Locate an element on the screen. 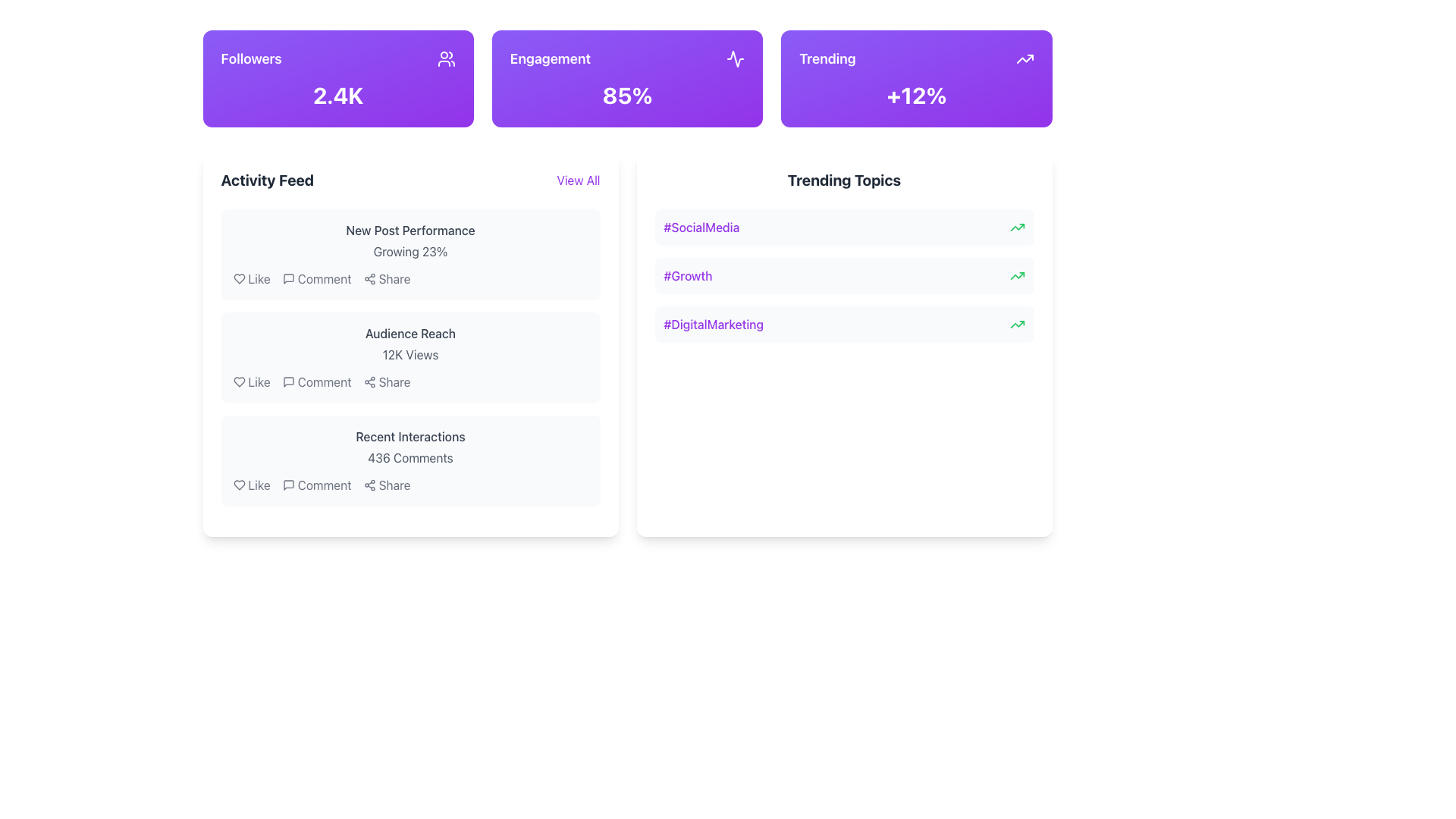  the decorative SVG icon in the 'Engagement' section, which visually represents engagement through a waveform-like design, located above the text '85%' is located at coordinates (736, 58).